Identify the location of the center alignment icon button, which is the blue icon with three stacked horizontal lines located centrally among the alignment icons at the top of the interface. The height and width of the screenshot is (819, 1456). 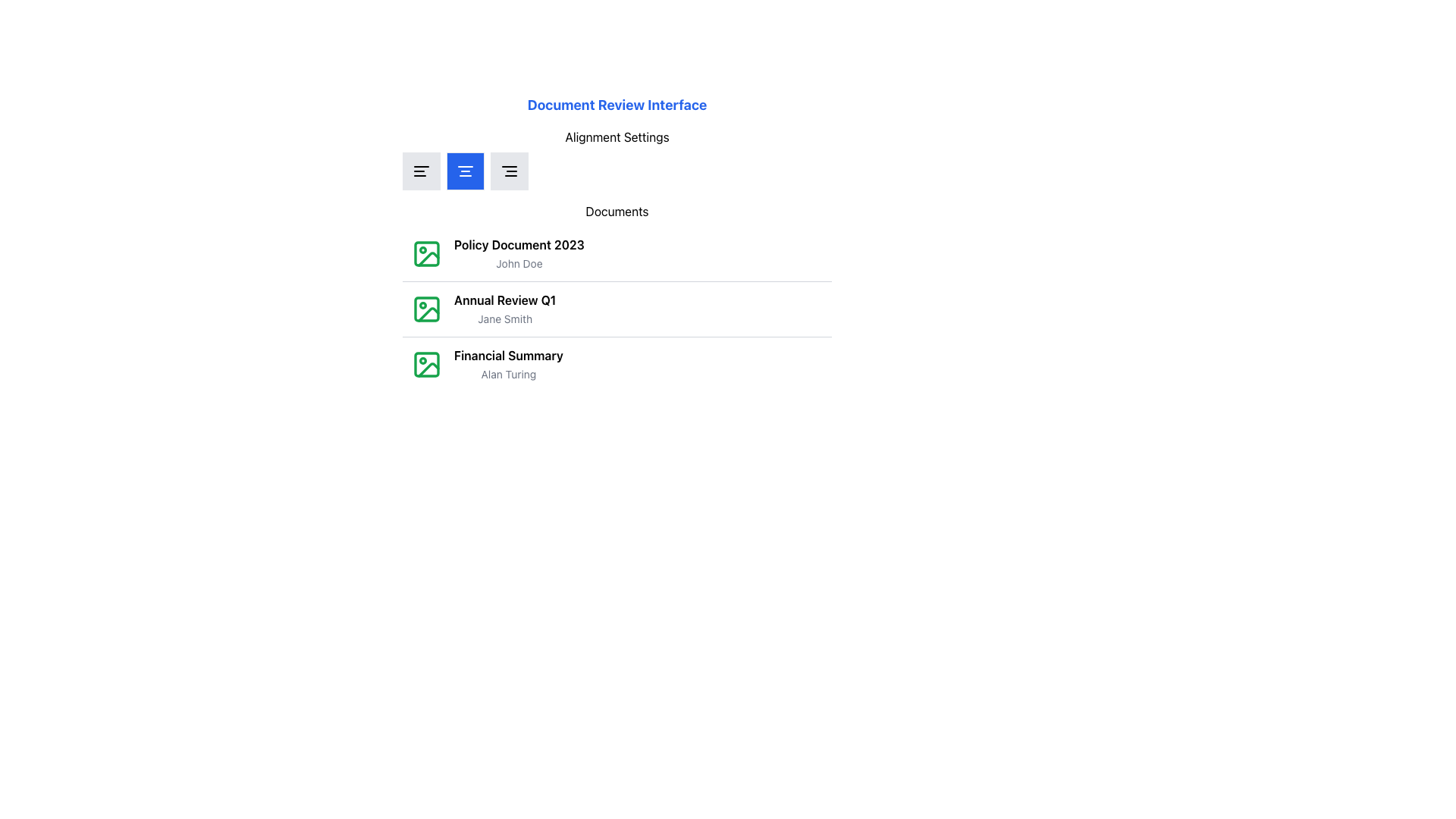
(465, 171).